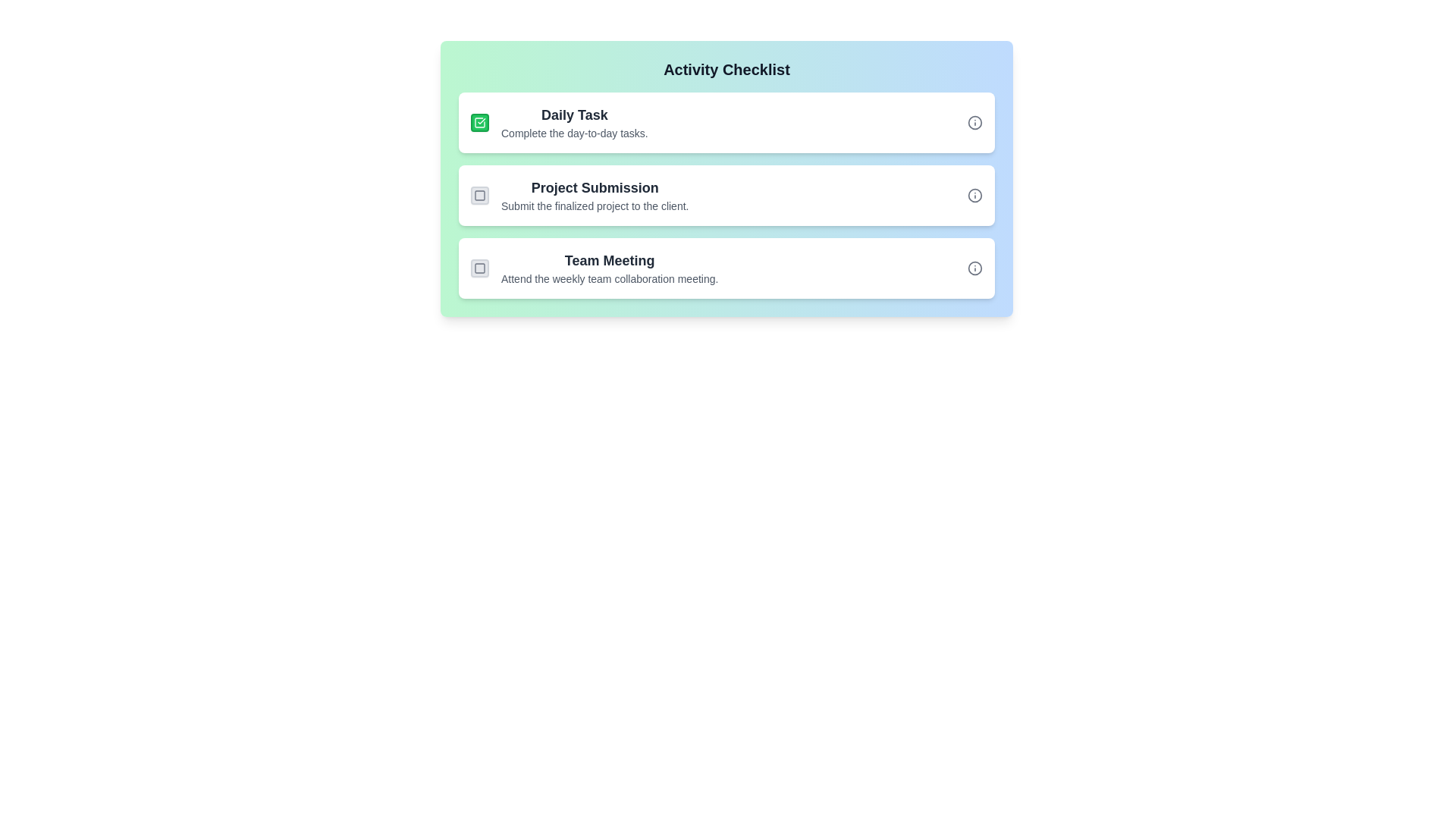  What do you see at coordinates (594, 187) in the screenshot?
I see `the text label displaying 'Project Submission', which is styled with a bold font and dark gray color, centrally located within the second card from the top` at bounding box center [594, 187].